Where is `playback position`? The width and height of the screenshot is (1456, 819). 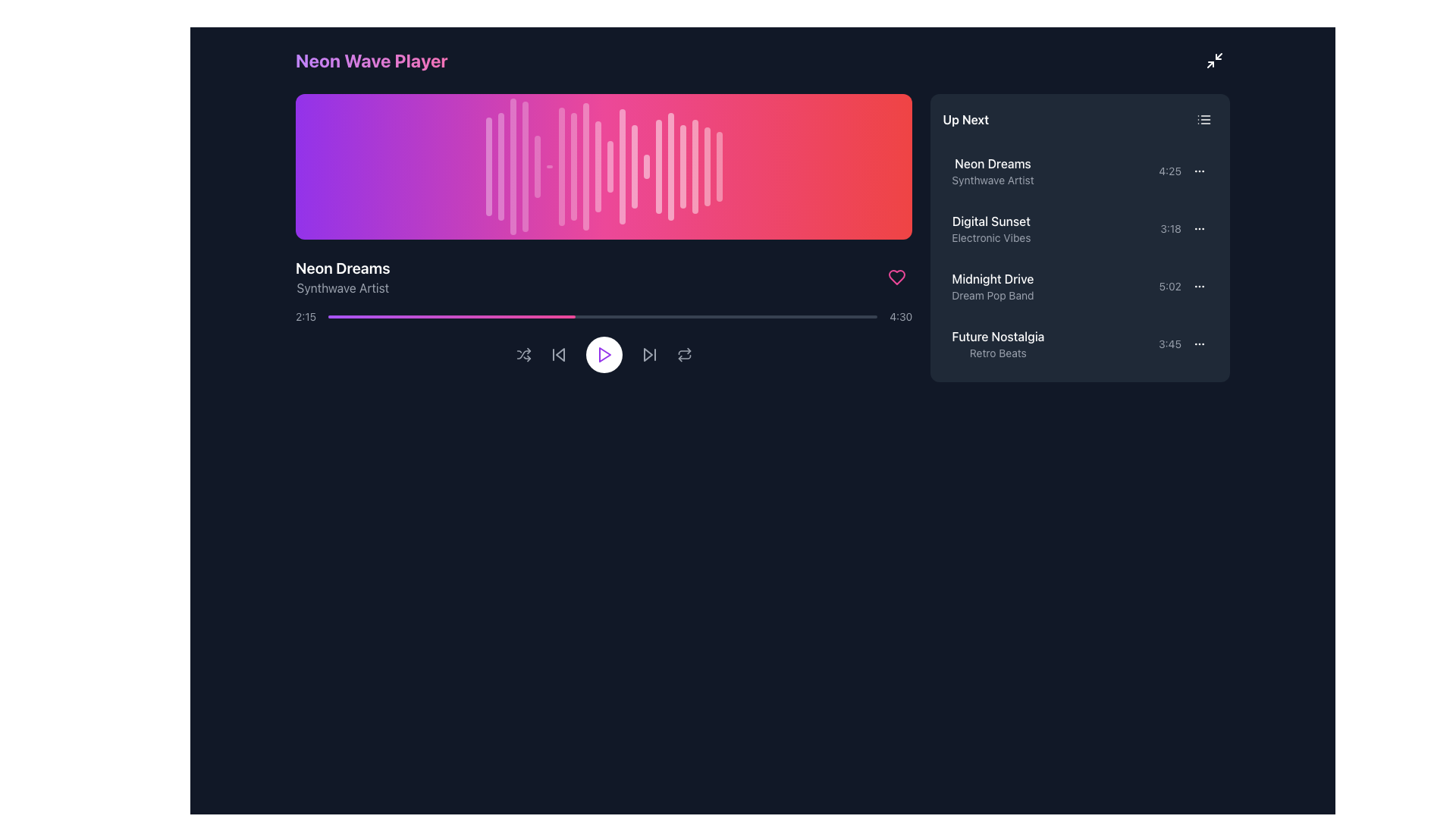 playback position is located at coordinates (510, 315).